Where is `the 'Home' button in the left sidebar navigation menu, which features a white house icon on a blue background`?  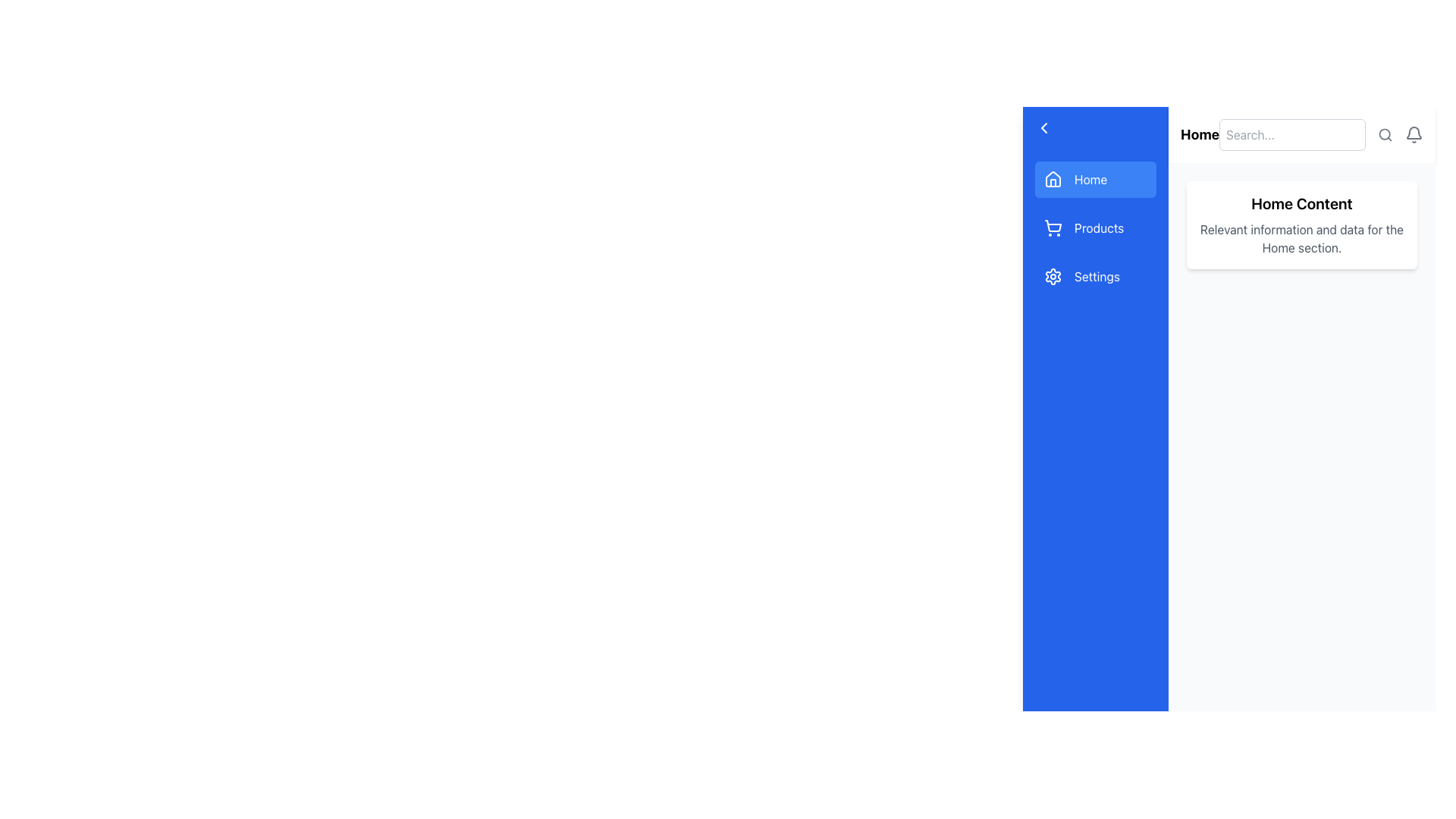
the 'Home' button in the left sidebar navigation menu, which features a white house icon on a blue background is located at coordinates (1052, 178).